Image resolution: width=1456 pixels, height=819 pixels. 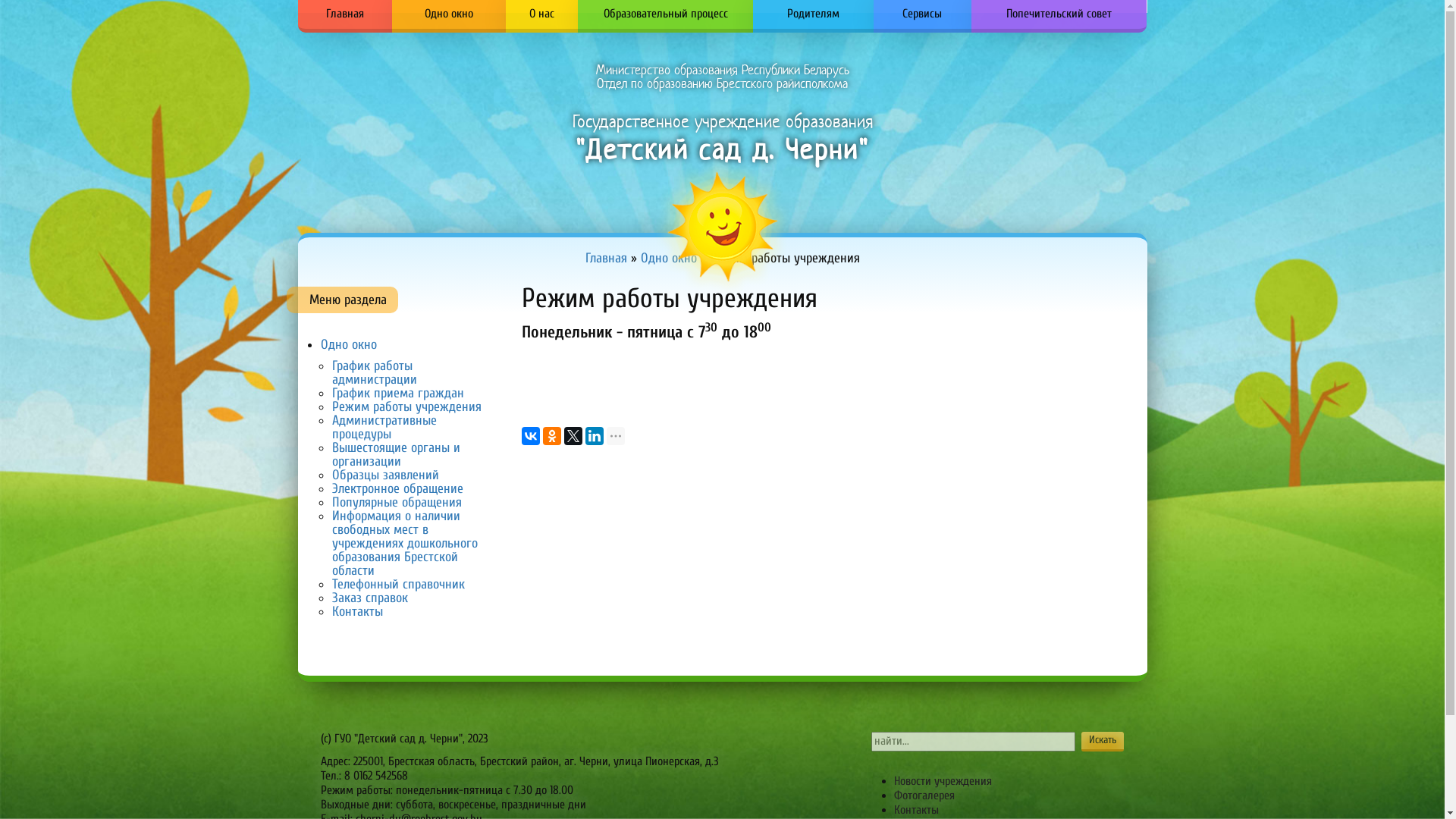 I want to click on 'Twitter', so click(x=563, y=435).